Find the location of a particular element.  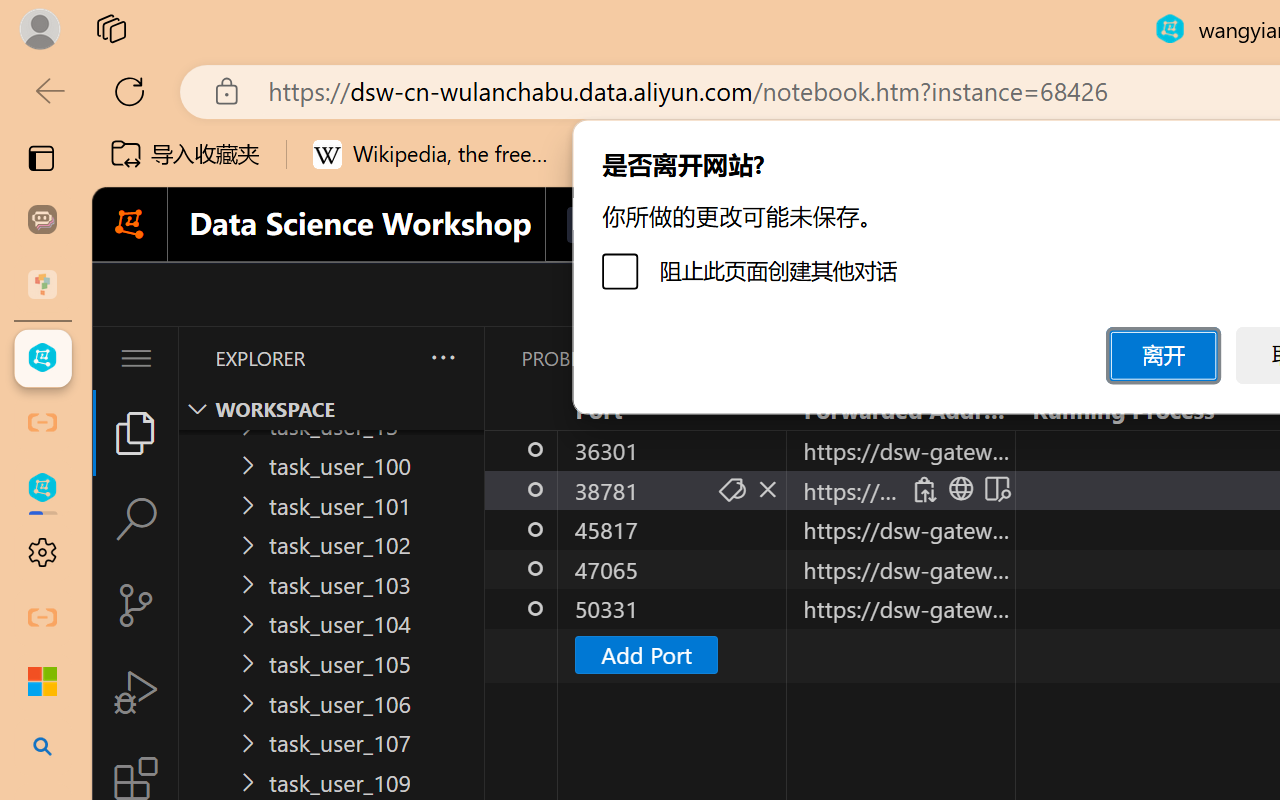

'wangyian_dsw - DSW' is located at coordinates (42, 358).